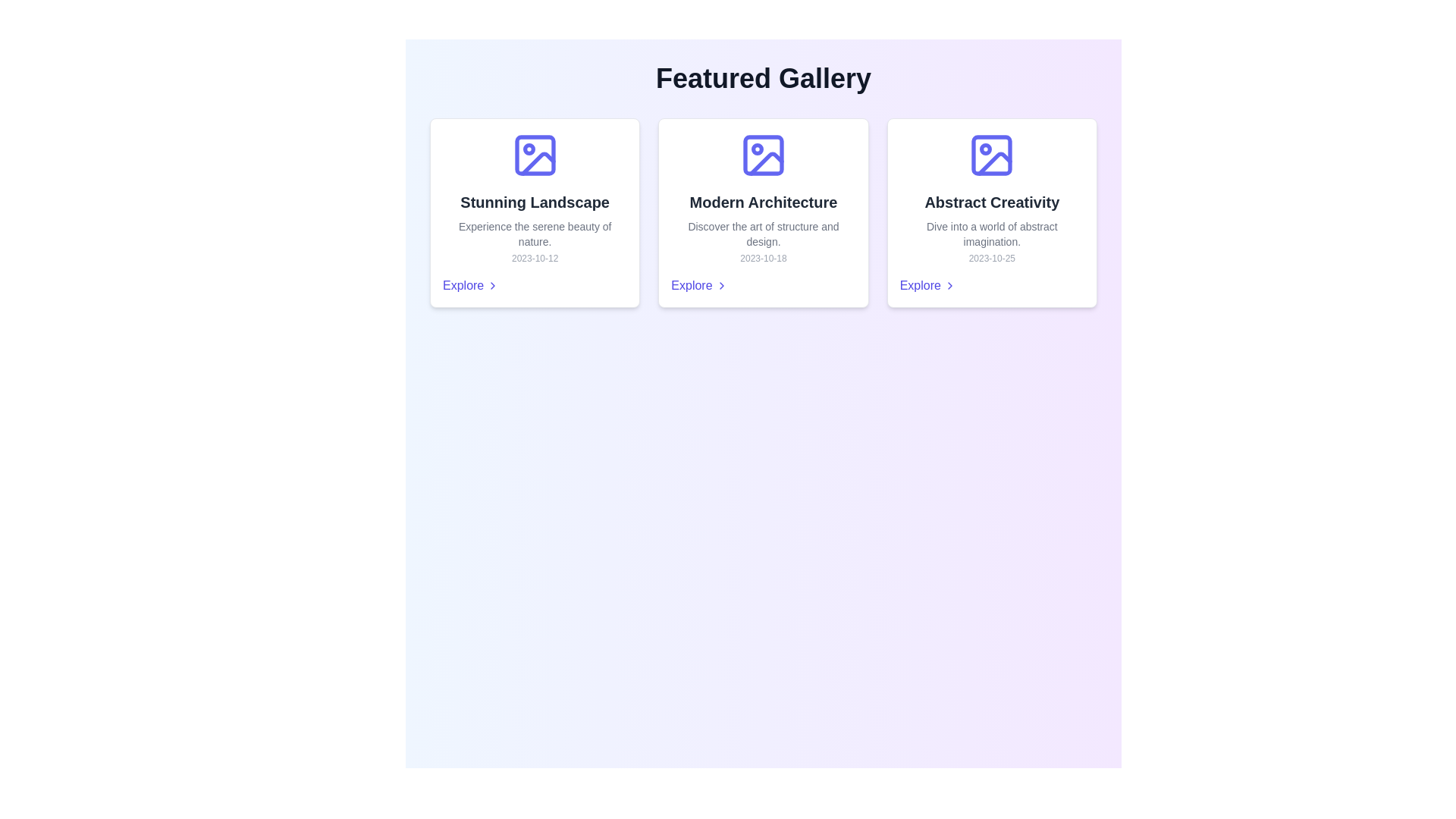 The height and width of the screenshot is (819, 1456). What do you see at coordinates (927, 286) in the screenshot?
I see `the link or button located at the bottom right of the 'Abstract Creativity' card` at bounding box center [927, 286].